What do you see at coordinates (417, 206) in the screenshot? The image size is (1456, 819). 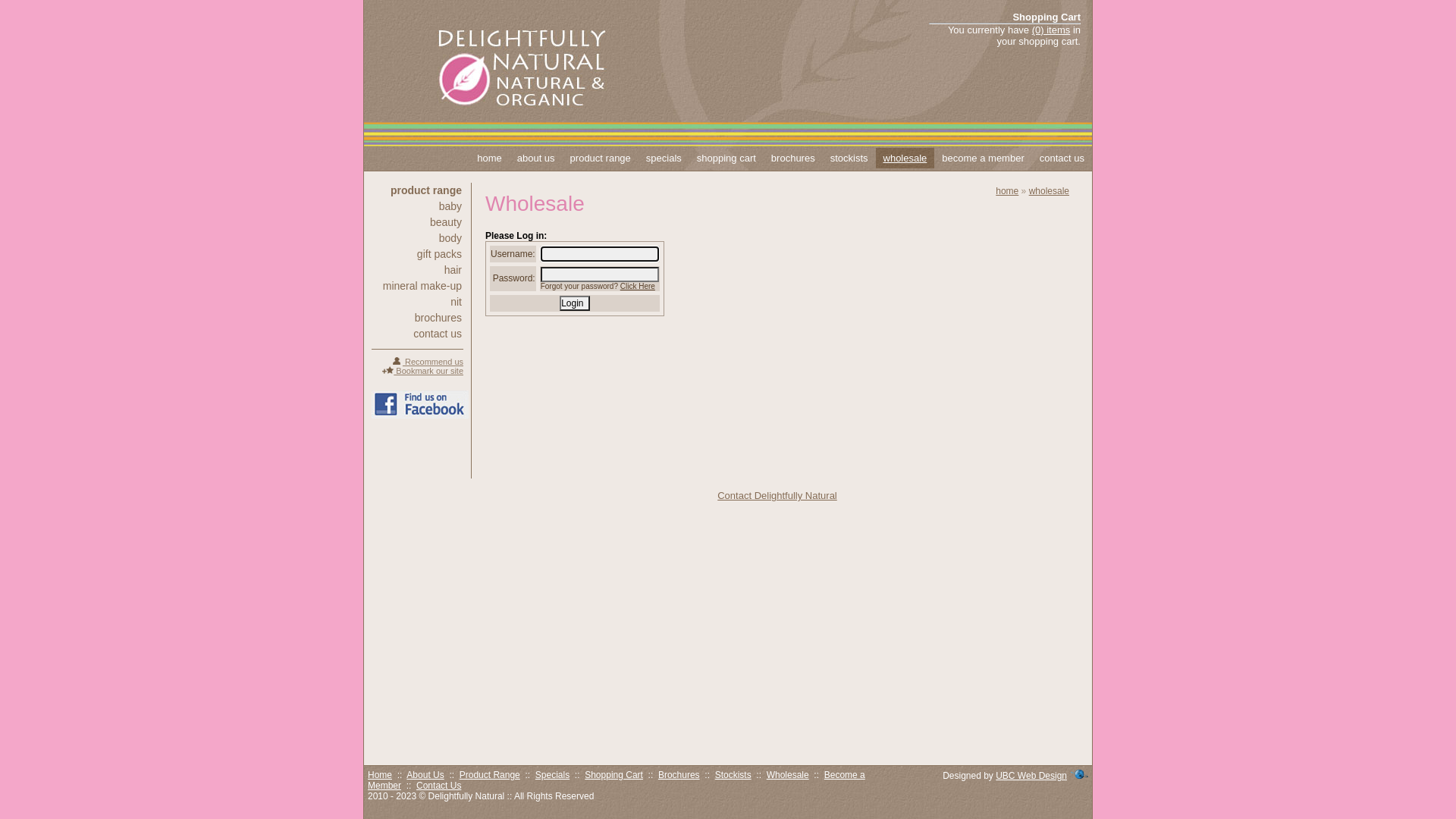 I see `'baby'` at bounding box center [417, 206].